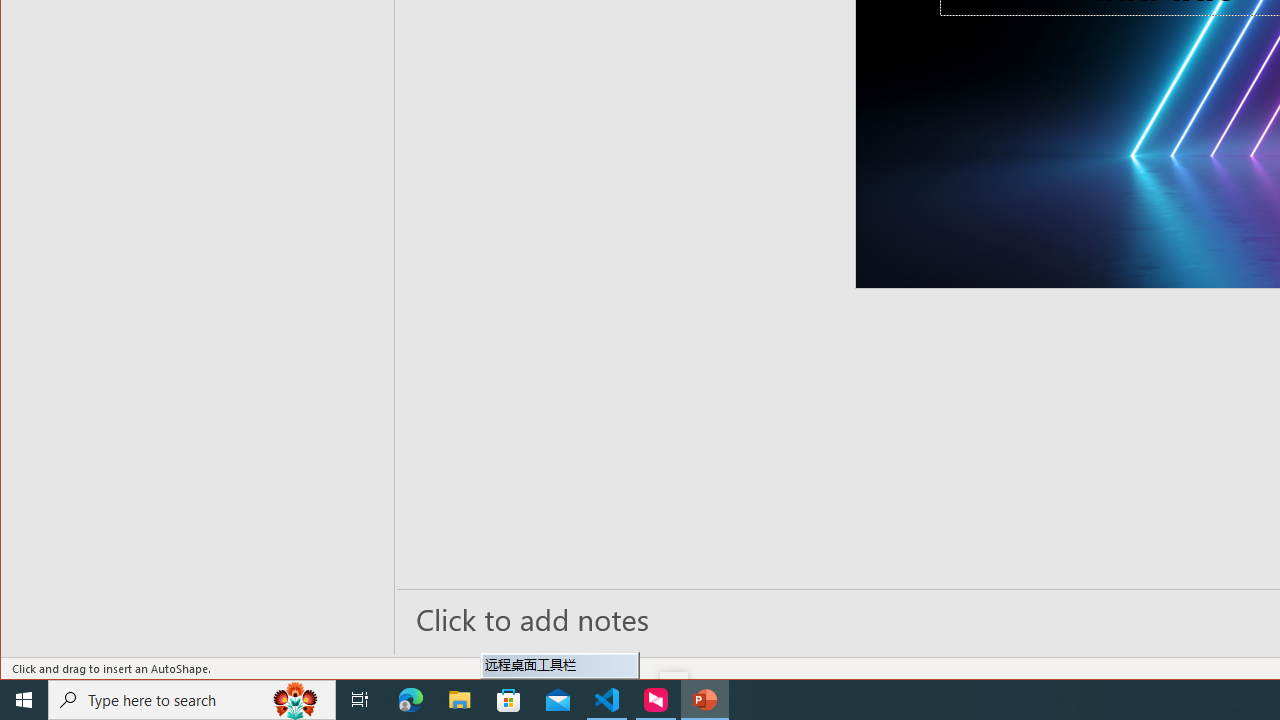 The image size is (1280, 720). Describe the element at coordinates (509, 698) in the screenshot. I see `'Microsoft Store'` at that location.